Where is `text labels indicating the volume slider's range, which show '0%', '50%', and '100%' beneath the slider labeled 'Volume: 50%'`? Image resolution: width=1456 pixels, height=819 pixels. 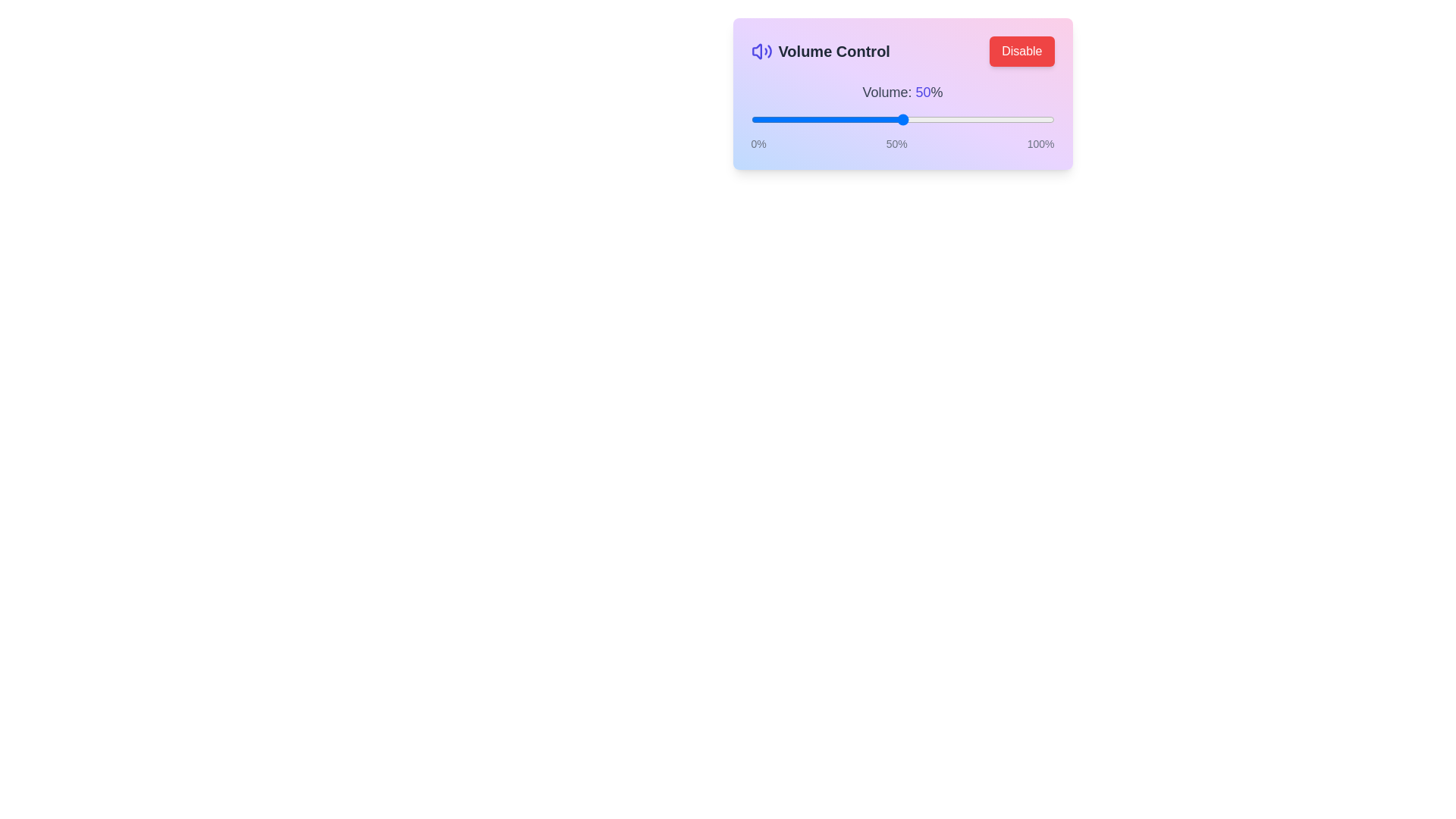 text labels indicating the volume slider's range, which show '0%', '50%', and '100%' beneath the slider labeled 'Volume: 50%' is located at coordinates (902, 143).